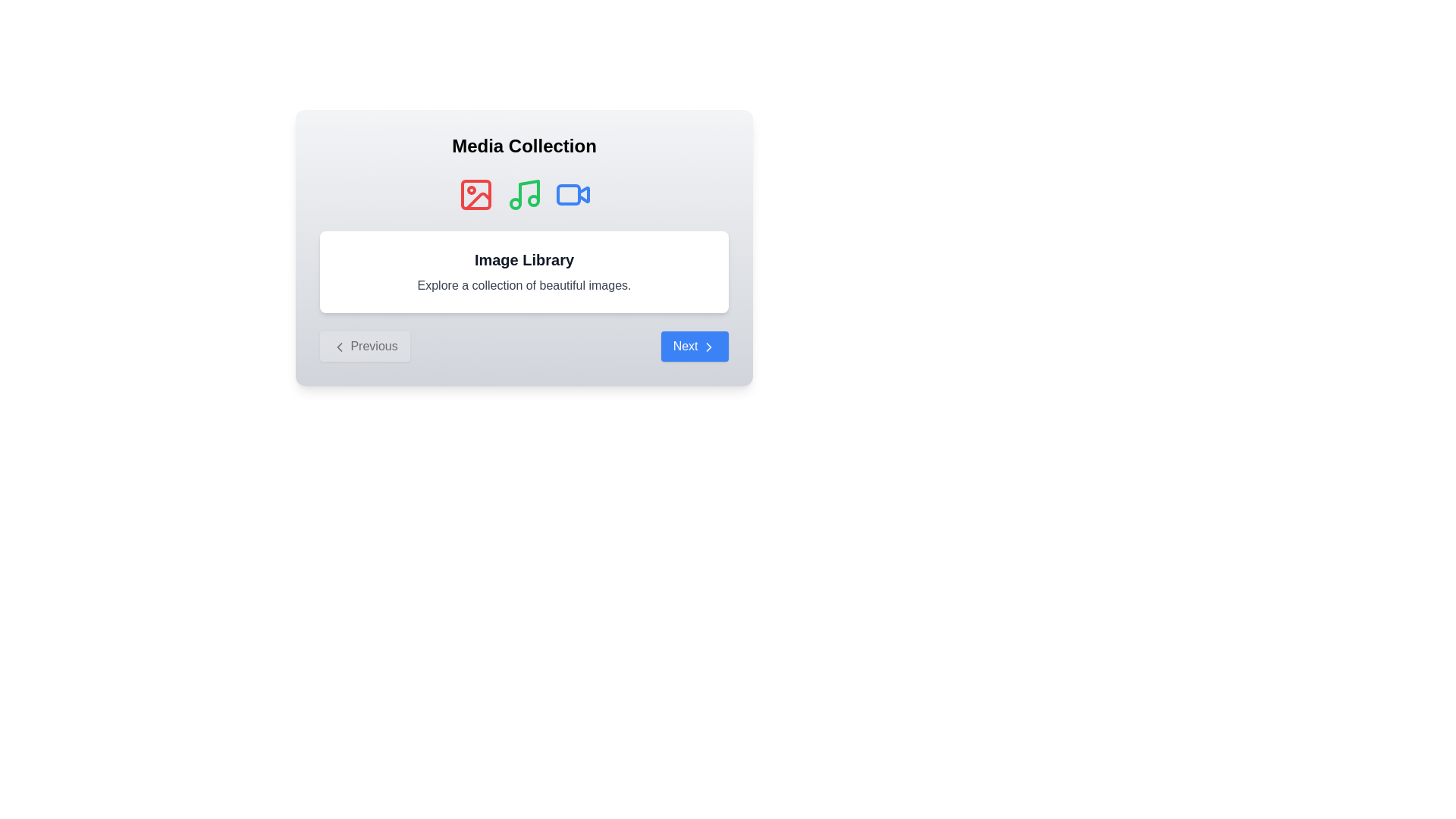 Image resolution: width=1456 pixels, height=819 pixels. Describe the element at coordinates (572, 194) in the screenshot. I see `the video icon to select the corresponding media library` at that location.